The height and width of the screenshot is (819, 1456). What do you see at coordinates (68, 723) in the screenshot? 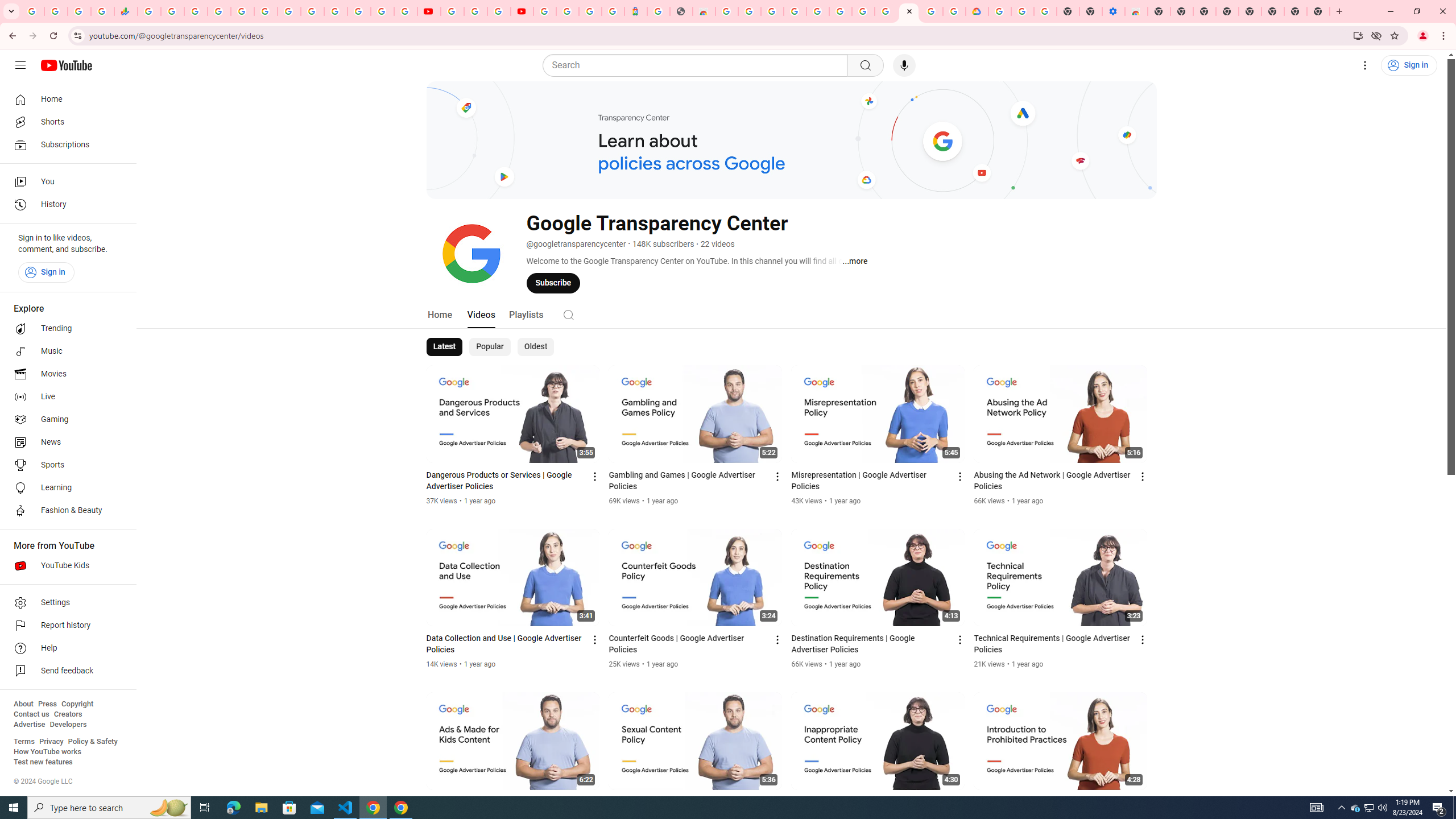
I see `'Developers'` at bounding box center [68, 723].